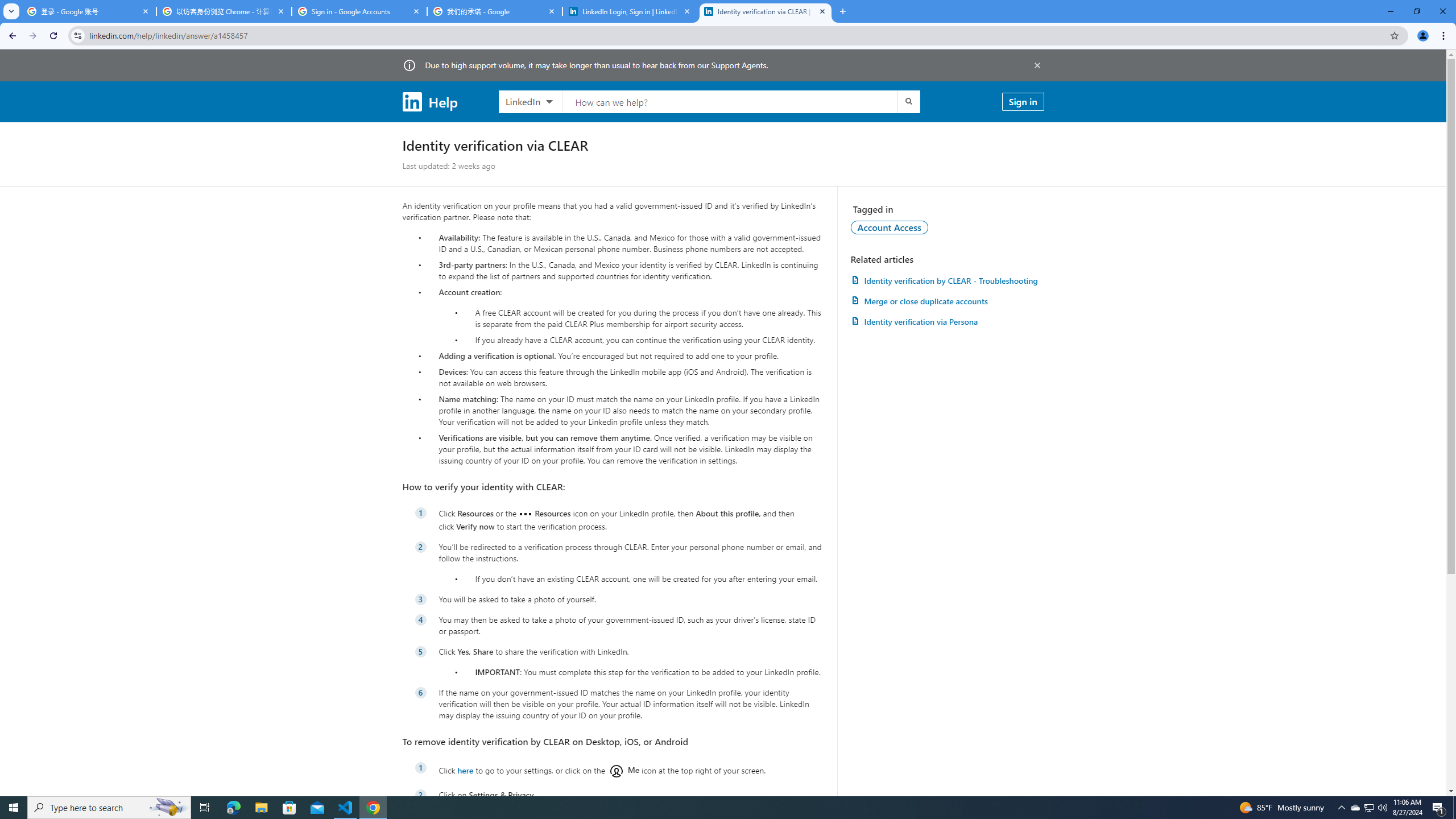 This screenshot has height=819, width=1456. What do you see at coordinates (464, 769) in the screenshot?
I see `'here'` at bounding box center [464, 769].